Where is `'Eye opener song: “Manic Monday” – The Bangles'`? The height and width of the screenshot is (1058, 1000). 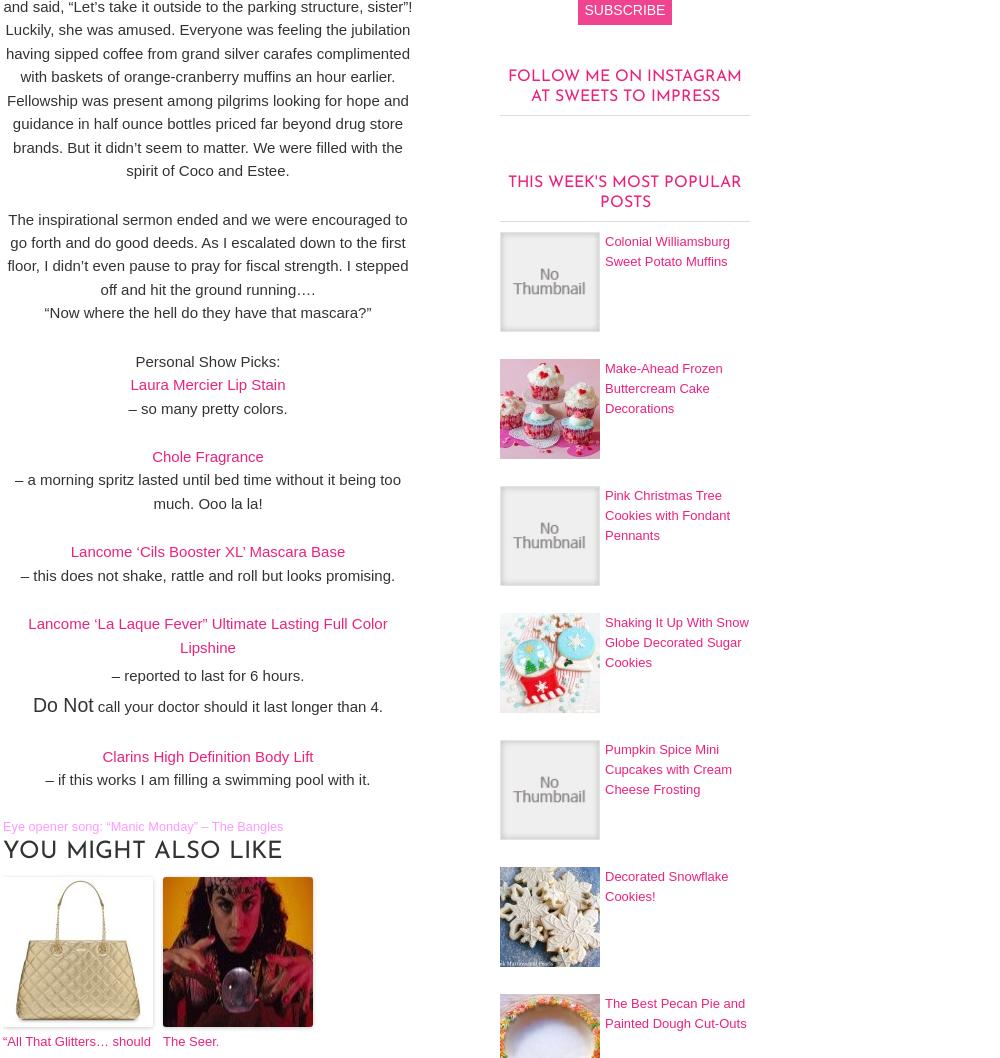
'Eye opener song: “Manic Monday” – The Bangles' is located at coordinates (143, 824).